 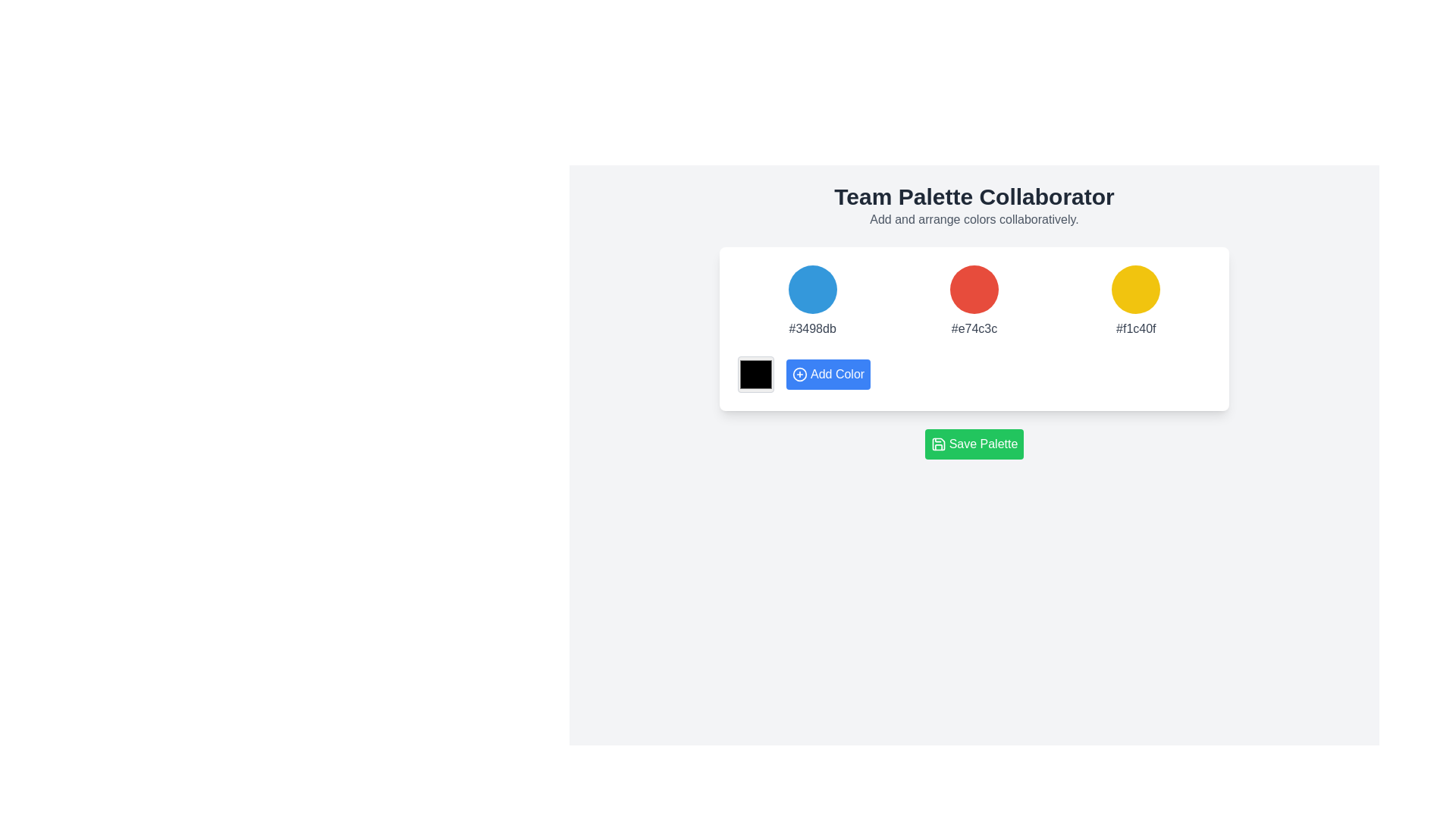 What do you see at coordinates (974, 301) in the screenshot?
I see `the middle red color swatch labeled '#e74c3c'` at bounding box center [974, 301].